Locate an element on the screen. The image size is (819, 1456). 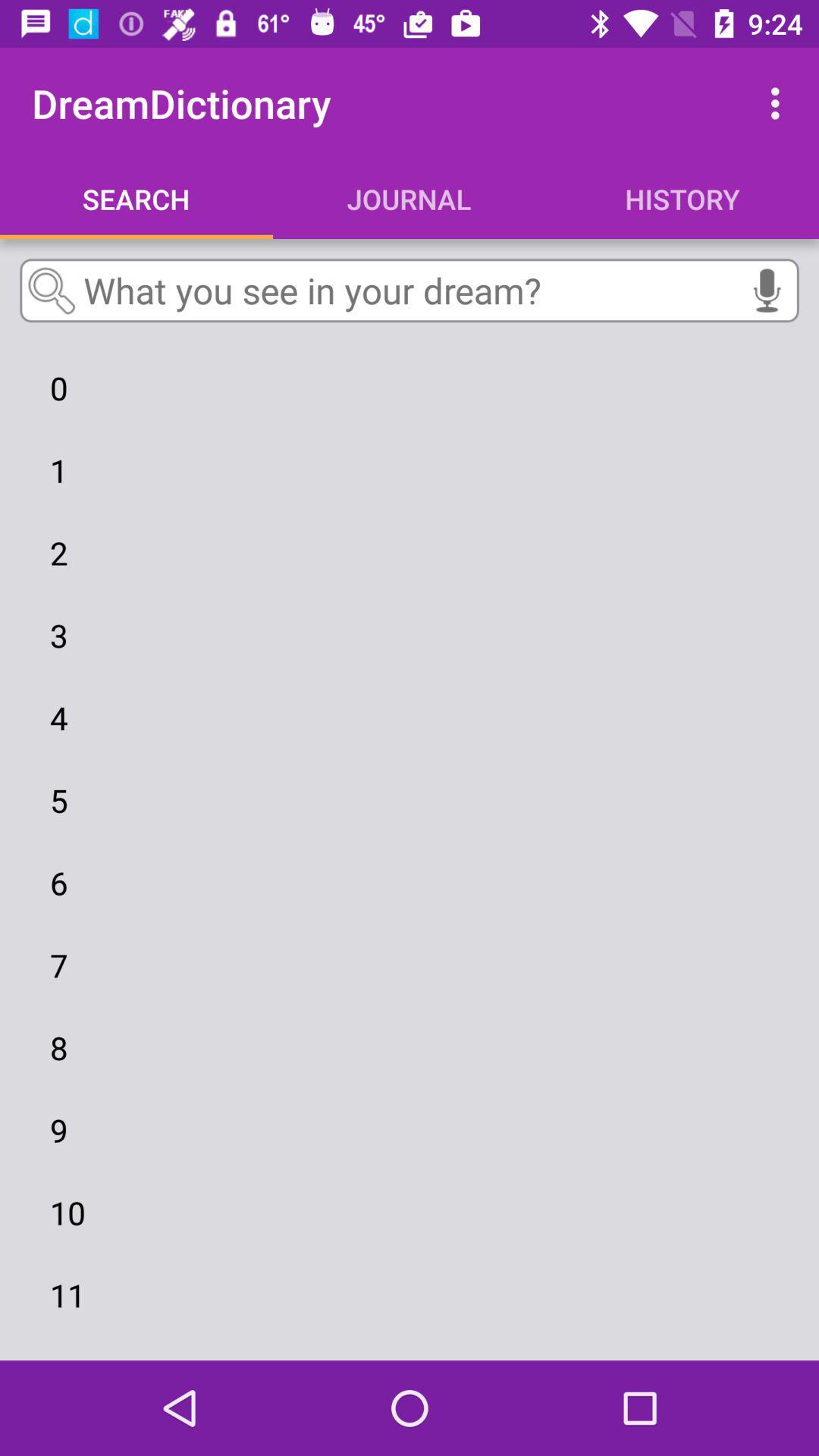
the app next to dreamdictionary item is located at coordinates (779, 102).